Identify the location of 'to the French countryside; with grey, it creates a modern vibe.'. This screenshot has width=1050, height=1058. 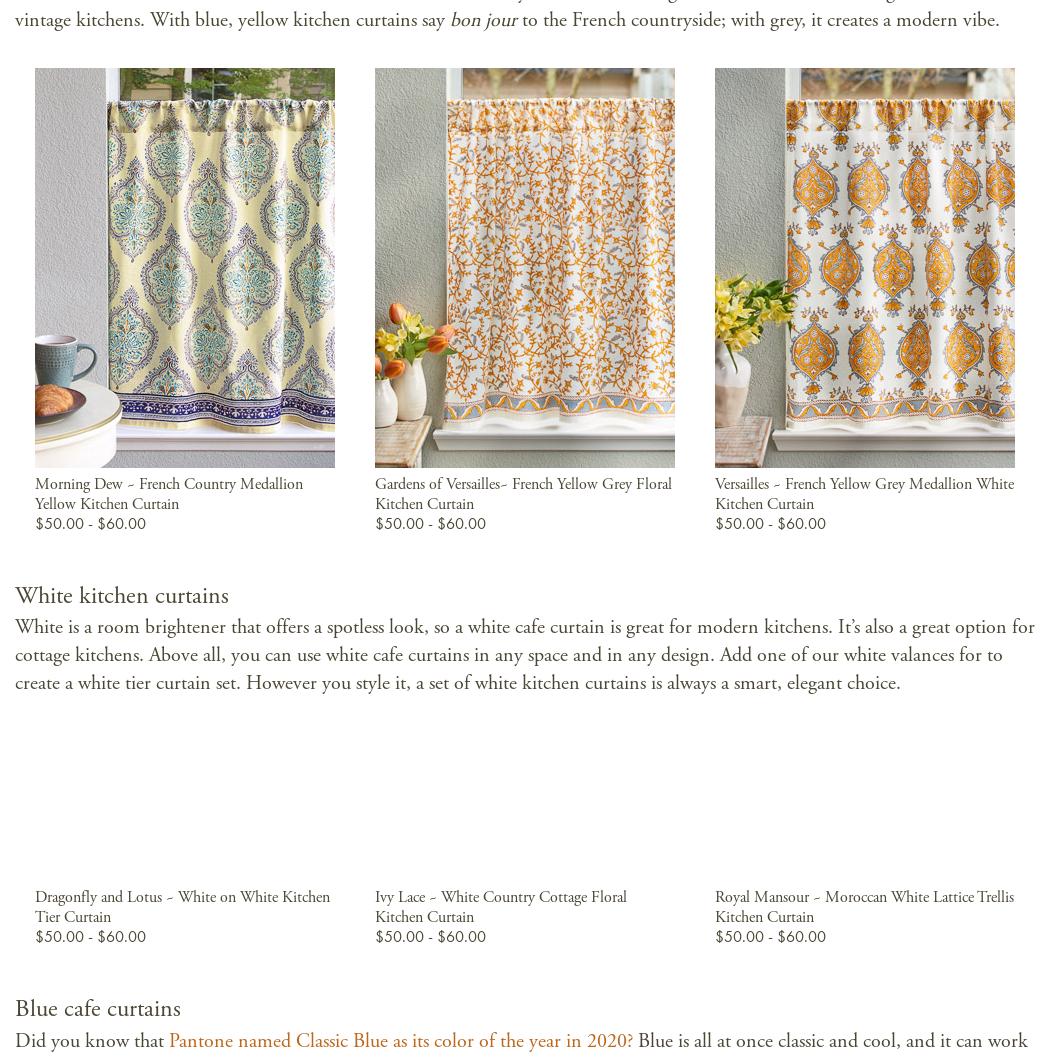
(761, 19).